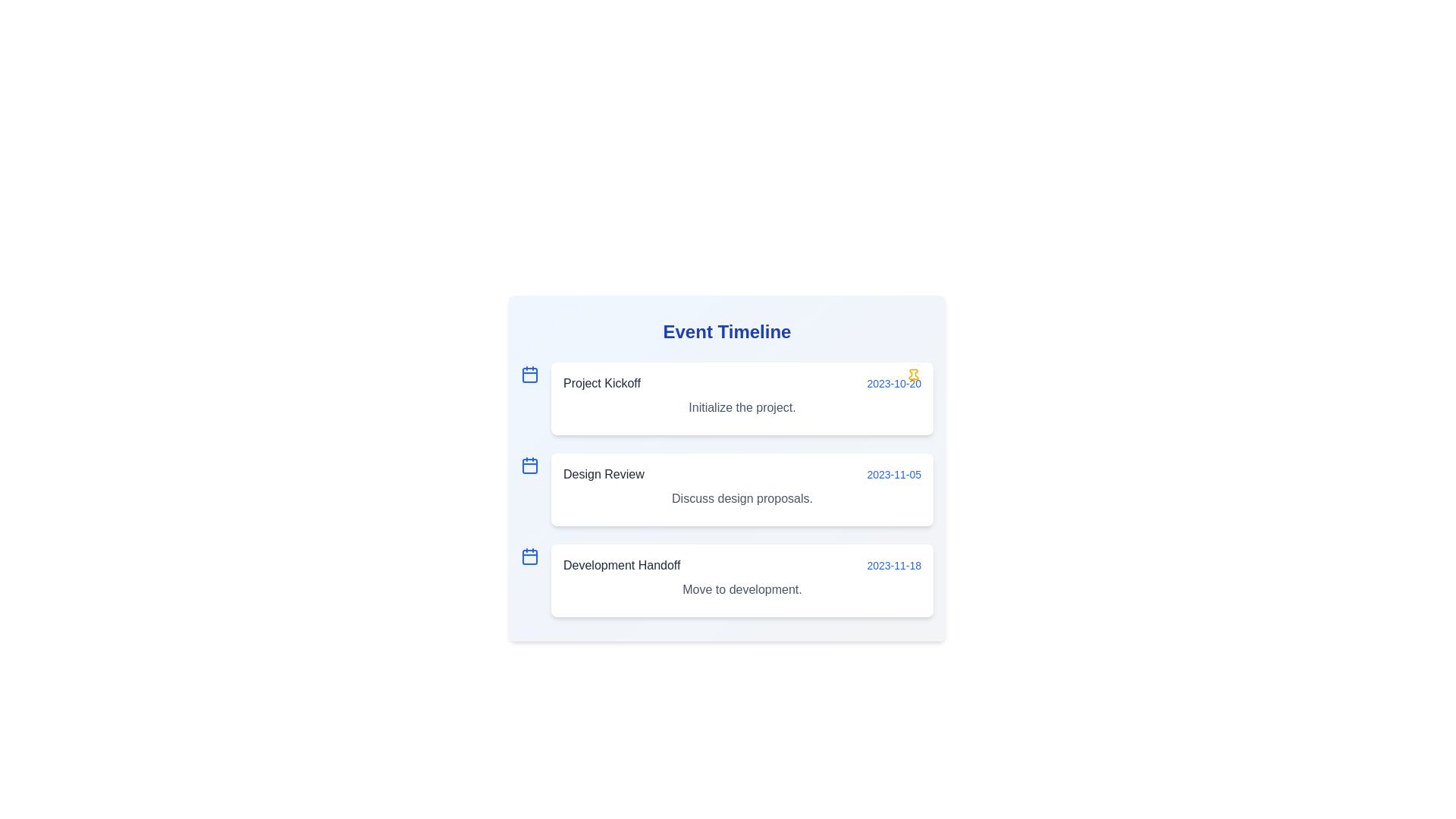 Image resolution: width=1456 pixels, height=819 pixels. Describe the element at coordinates (530, 556) in the screenshot. I see `the decorative icon for the event titled 'Development Handoff'` at that location.